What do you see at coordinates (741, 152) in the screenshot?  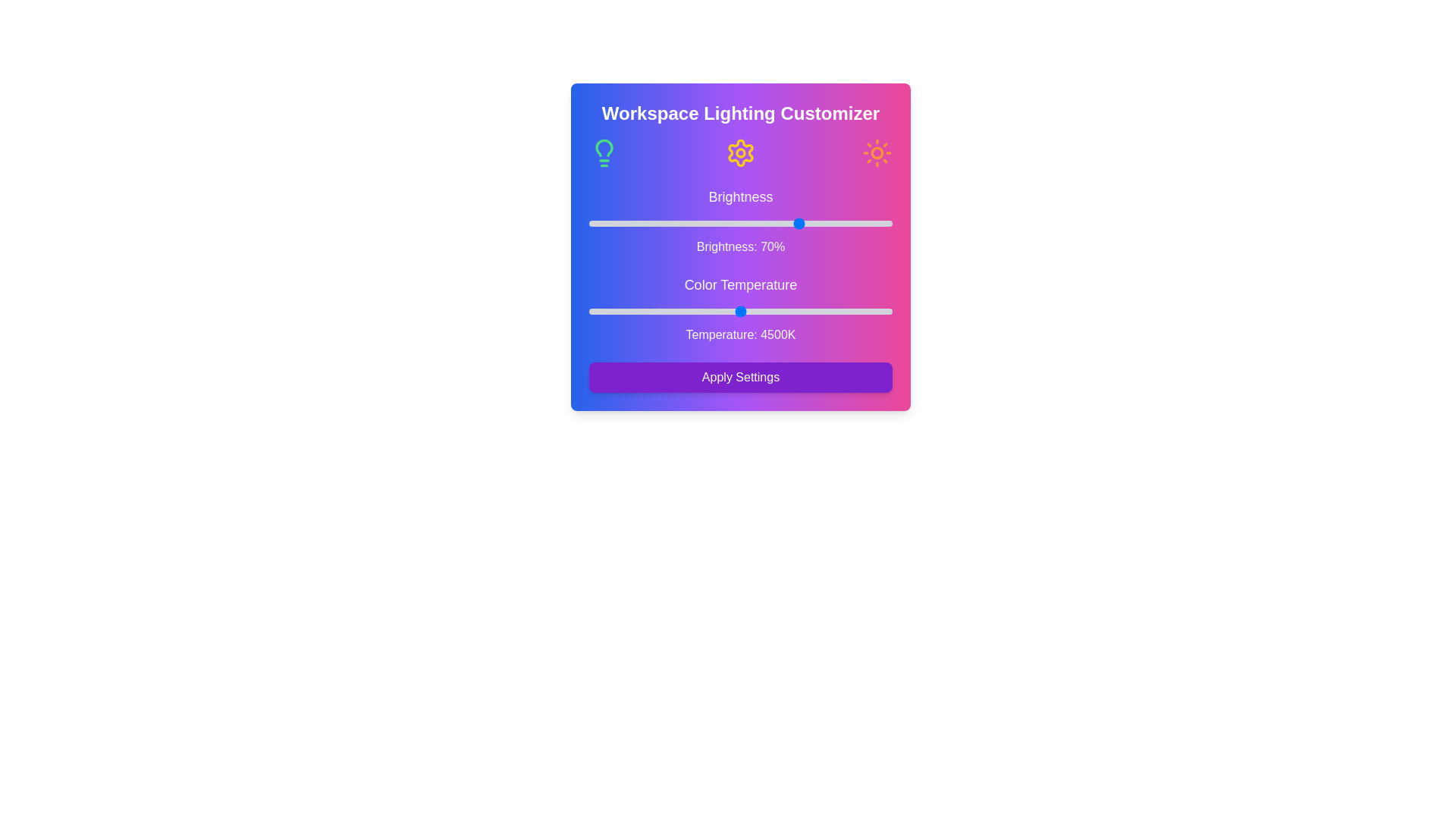 I see `the Settings icon to interact with it` at bounding box center [741, 152].